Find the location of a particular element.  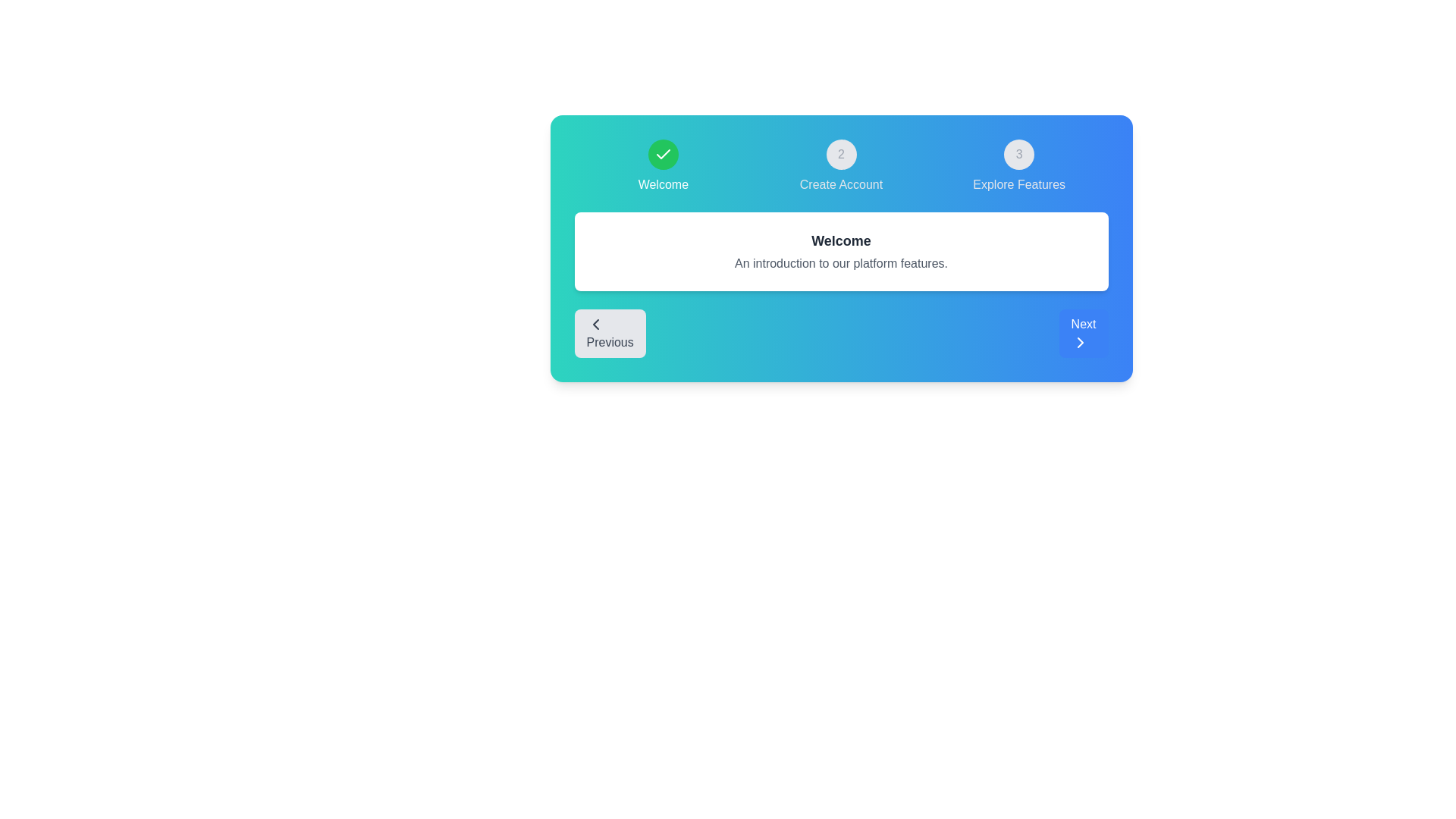

the step indicator for Explore Features is located at coordinates (1019, 166).